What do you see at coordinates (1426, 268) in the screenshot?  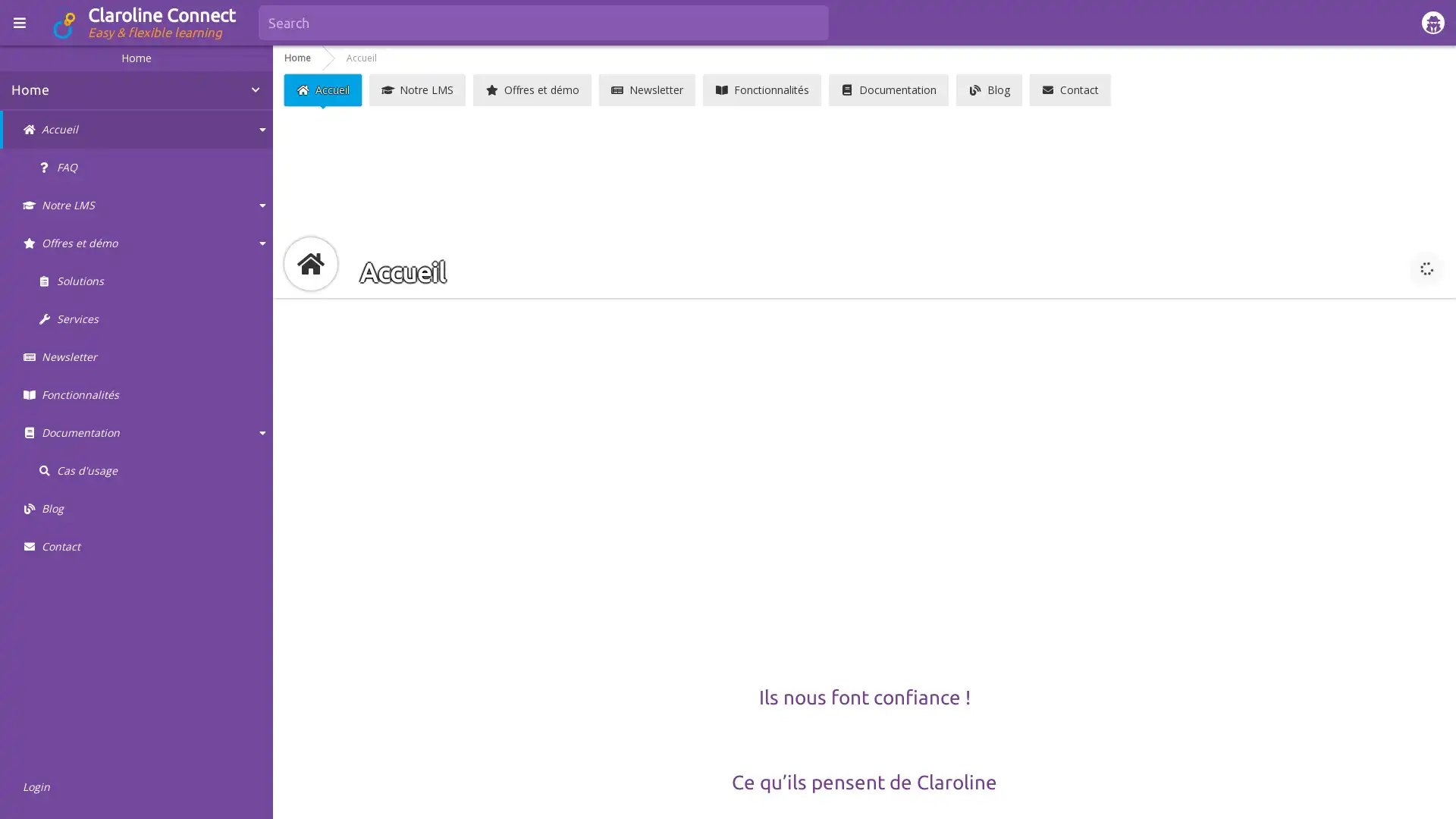 I see `Show more actions` at bounding box center [1426, 268].